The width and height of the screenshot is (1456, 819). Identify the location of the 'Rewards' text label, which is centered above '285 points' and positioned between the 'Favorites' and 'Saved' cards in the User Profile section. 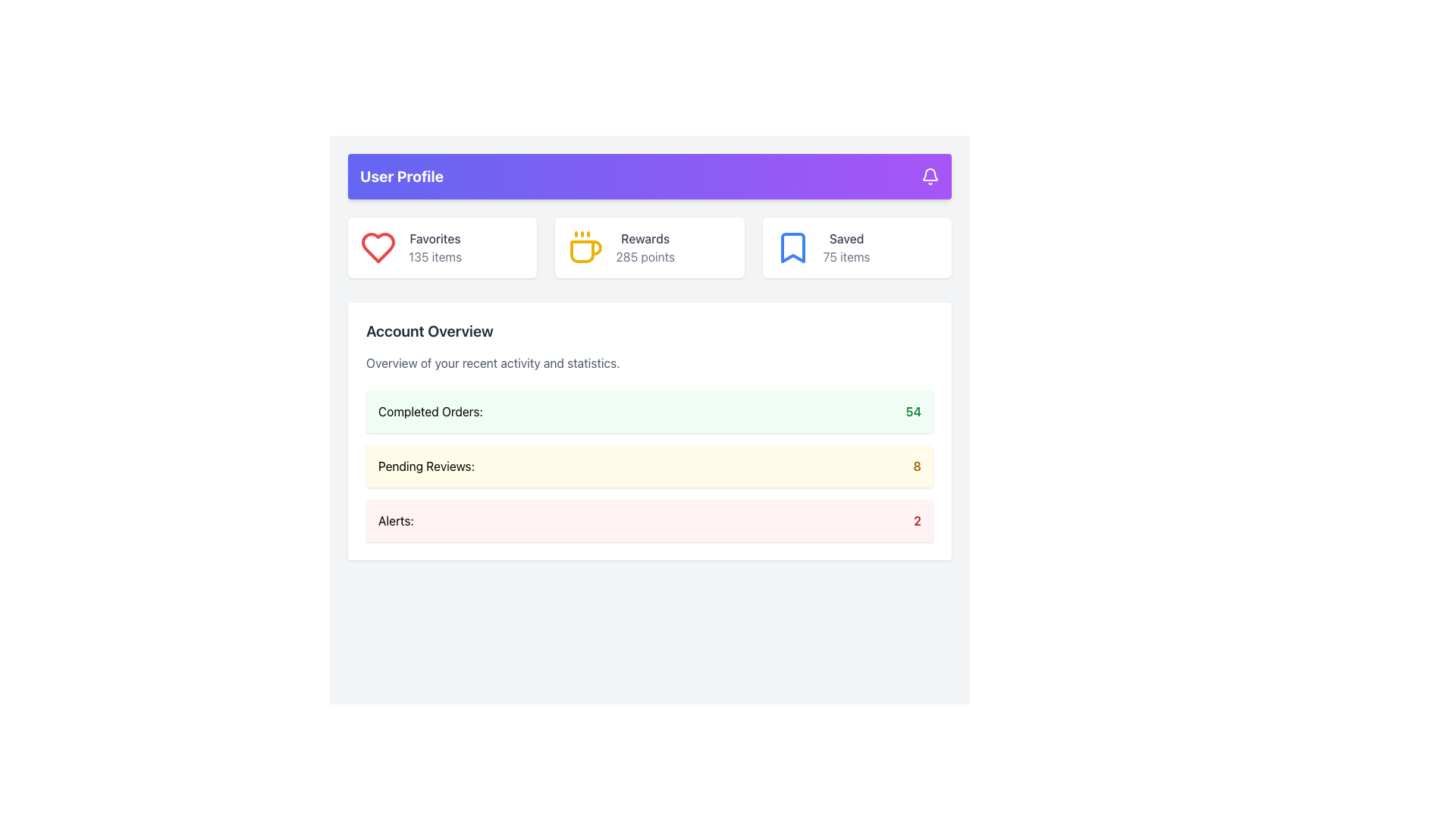
(645, 247).